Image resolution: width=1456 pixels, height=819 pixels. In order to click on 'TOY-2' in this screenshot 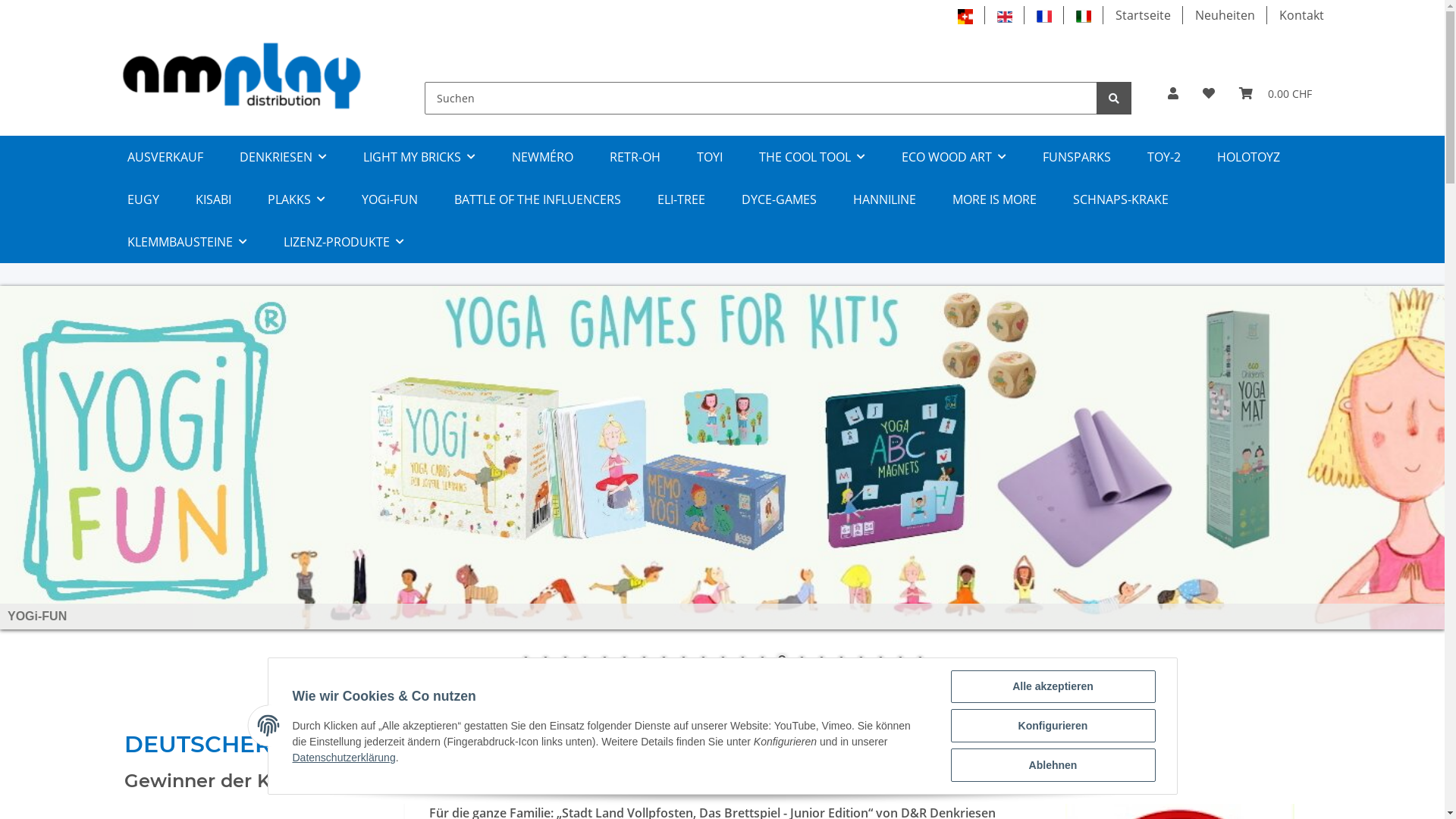, I will do `click(1163, 157)`.